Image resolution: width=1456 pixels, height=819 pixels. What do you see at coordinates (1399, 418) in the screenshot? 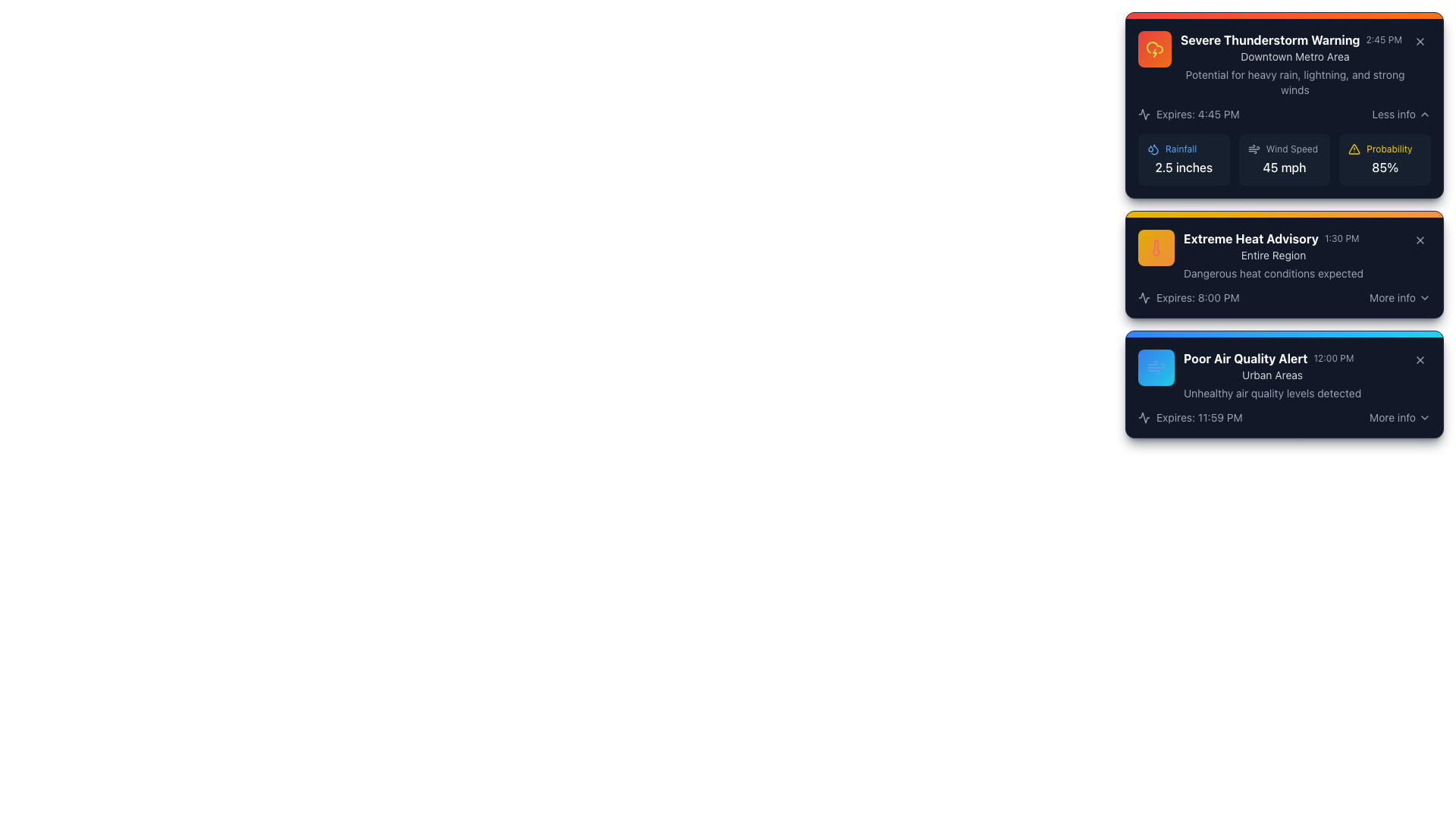
I see `the interactive button in the bottom right corner of the 'Poor Air Quality Alert' notification card to change the text color` at bounding box center [1399, 418].